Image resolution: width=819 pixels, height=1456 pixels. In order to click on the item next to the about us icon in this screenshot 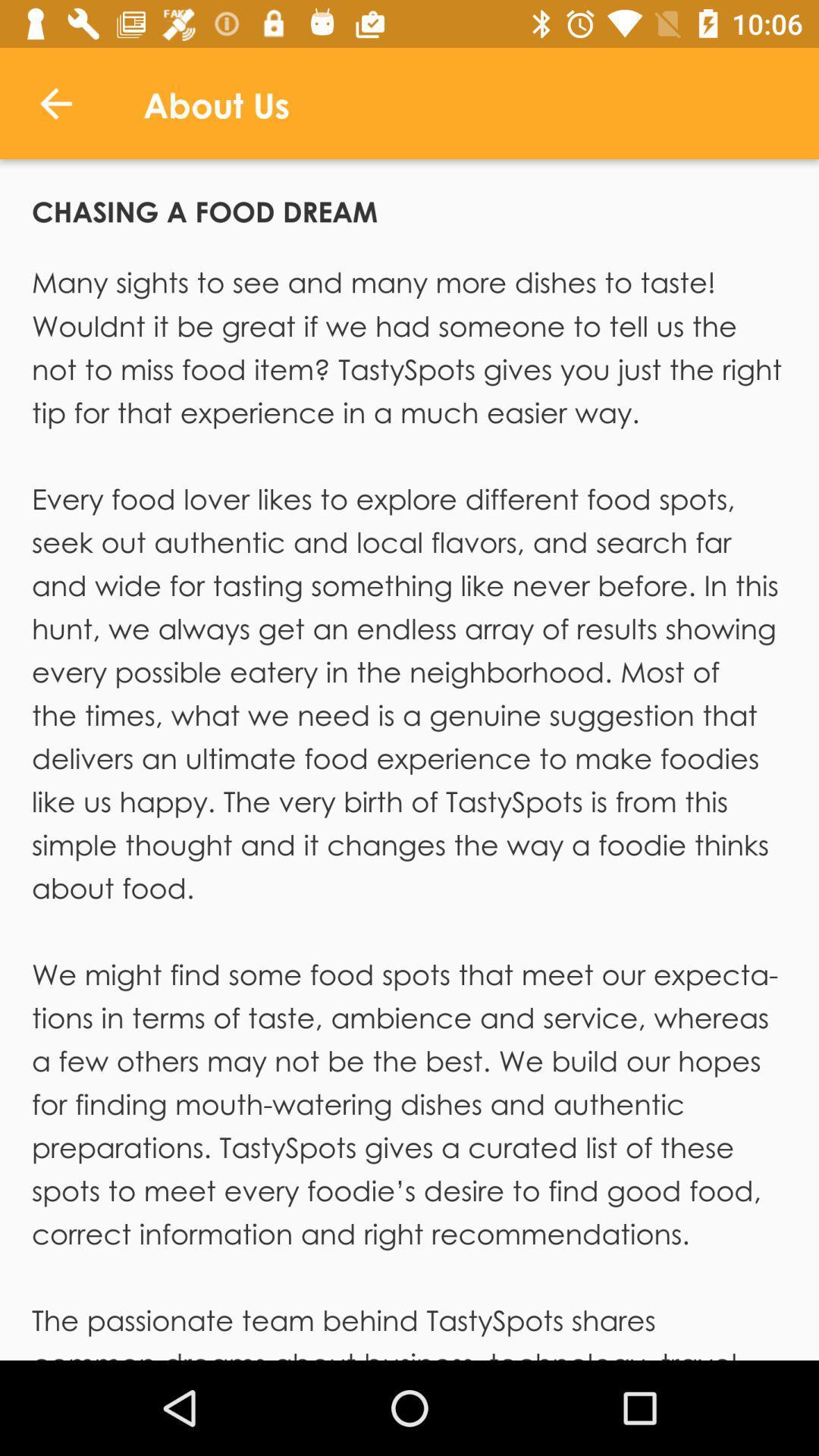, I will do `click(55, 102)`.